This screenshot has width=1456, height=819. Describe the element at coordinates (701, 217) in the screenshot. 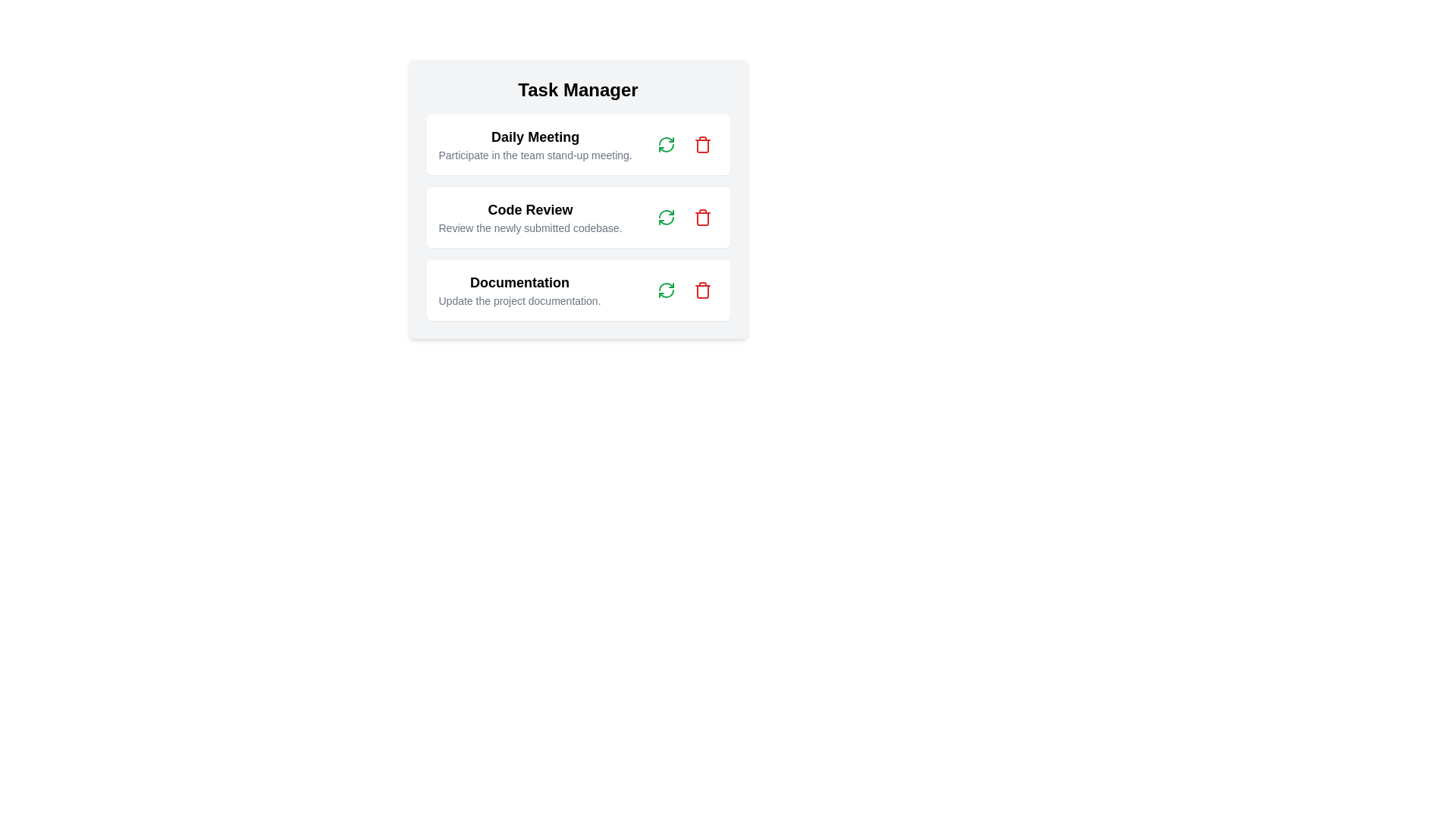

I see `the delete button for the 'Code Review' task, which is the third button aligned horizontally to the right of the task in the task list` at that location.